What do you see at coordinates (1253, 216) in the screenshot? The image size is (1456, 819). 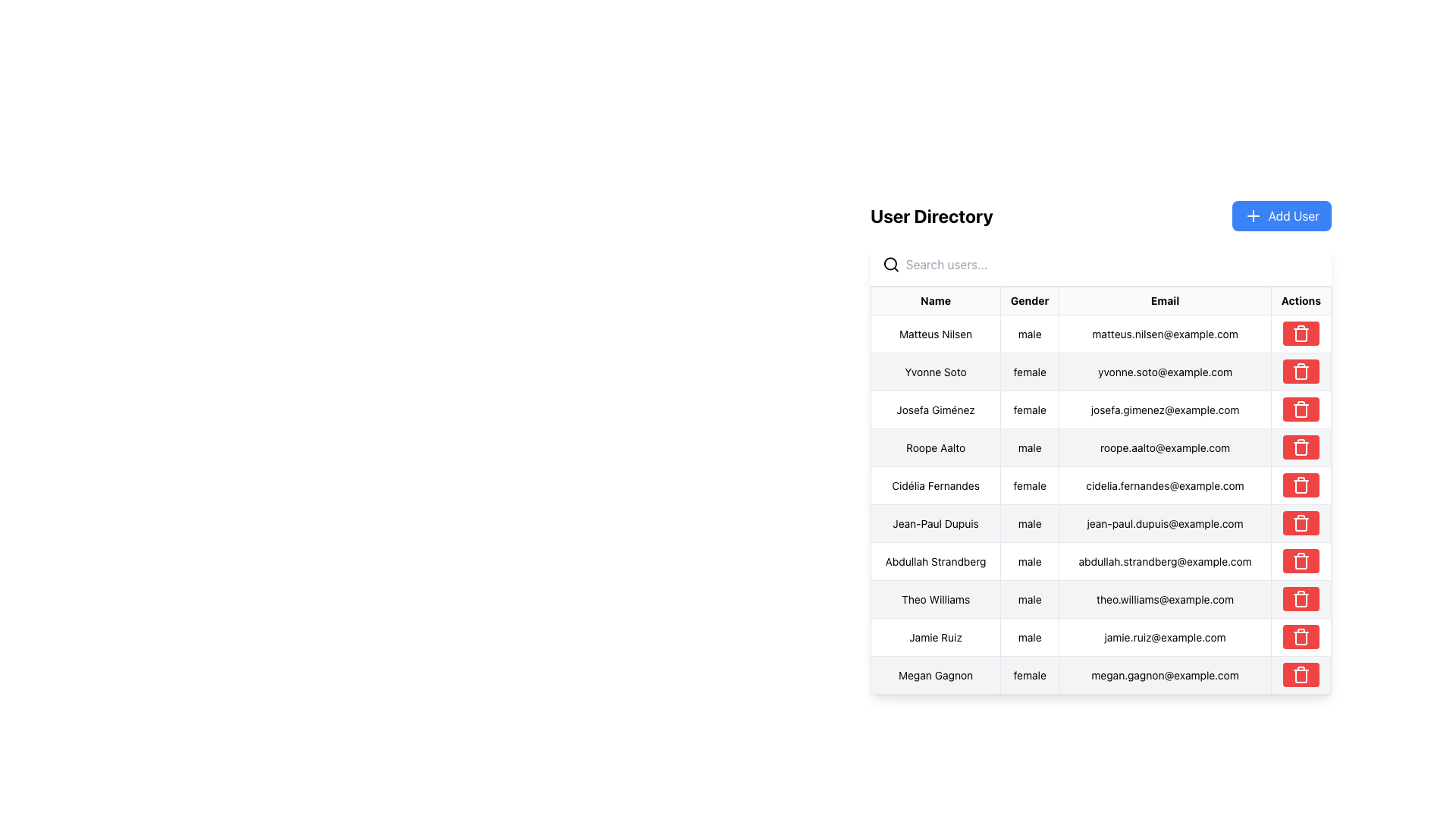 I see `the '+' icon located to the left of the 'Add User' text in the blue button at the top-right corner of the user interface` at bounding box center [1253, 216].